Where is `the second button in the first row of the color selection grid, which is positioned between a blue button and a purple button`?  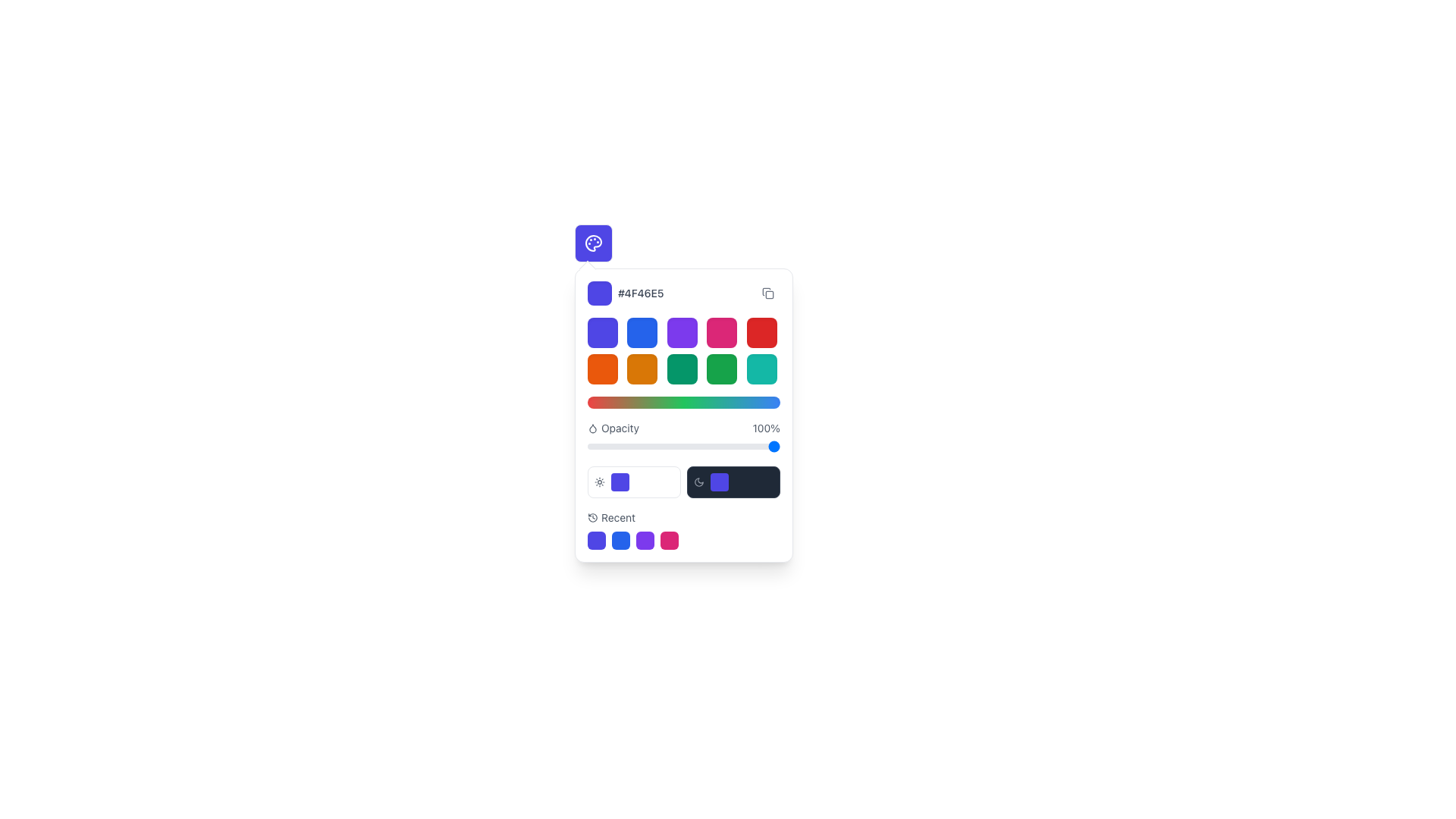 the second button in the first row of the color selection grid, which is positioned between a blue button and a purple button is located at coordinates (642, 332).